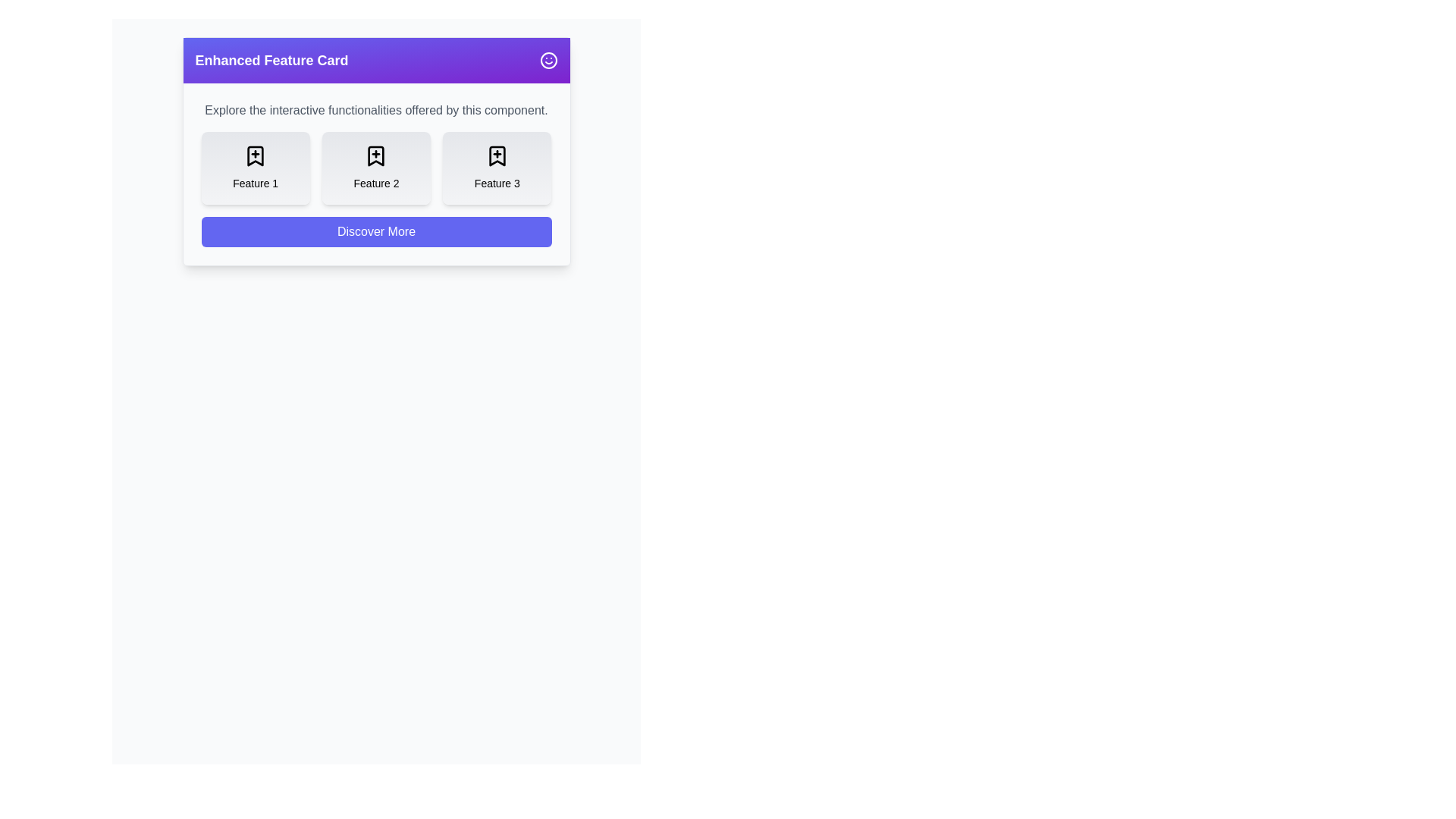 The height and width of the screenshot is (819, 1456). I want to click on the middle feature icon that represents an individual option in the interface, located beneath the header line and descriptive text, so click(376, 155).